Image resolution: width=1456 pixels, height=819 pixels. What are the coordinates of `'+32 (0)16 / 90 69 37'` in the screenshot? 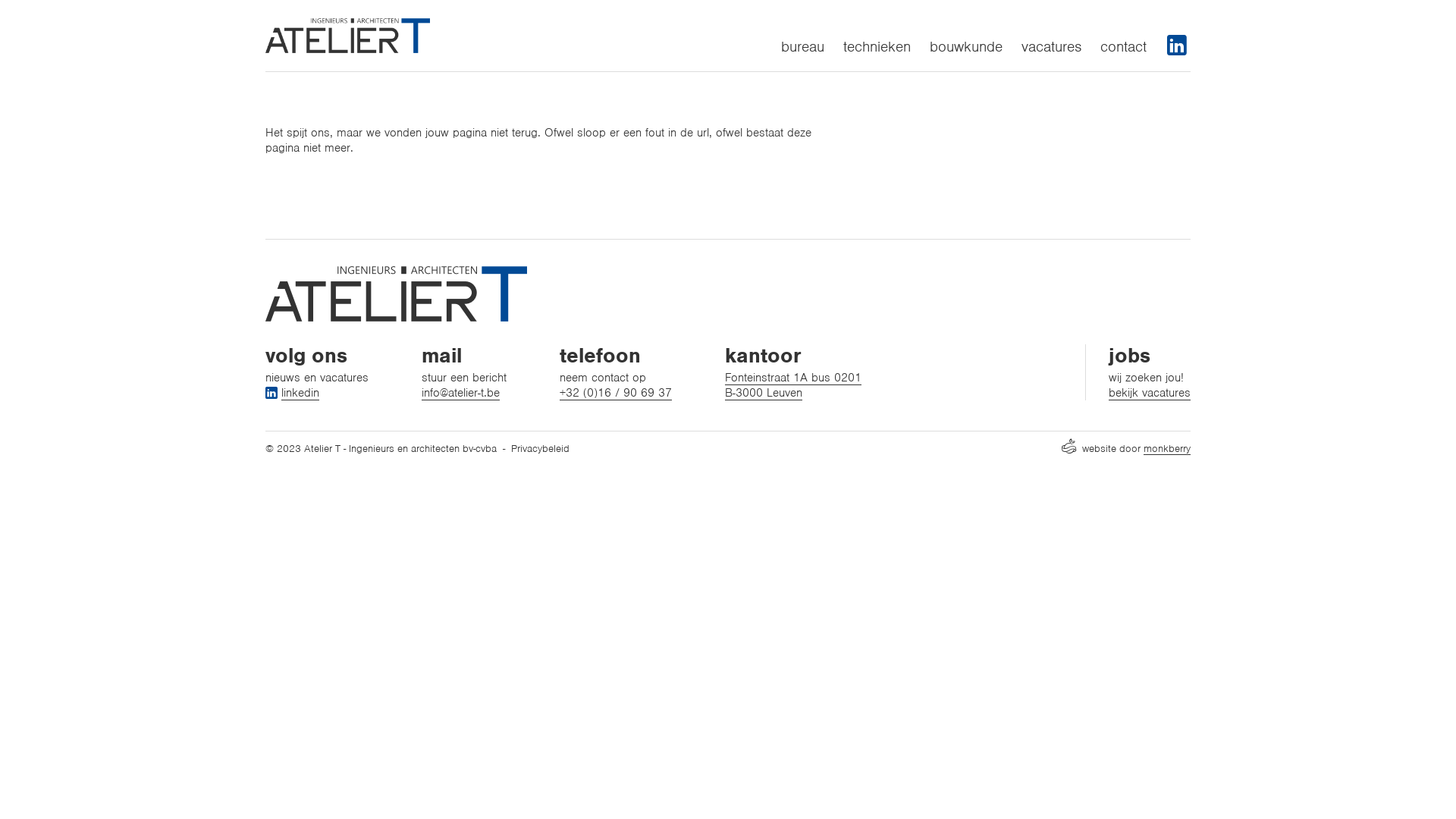 It's located at (559, 391).